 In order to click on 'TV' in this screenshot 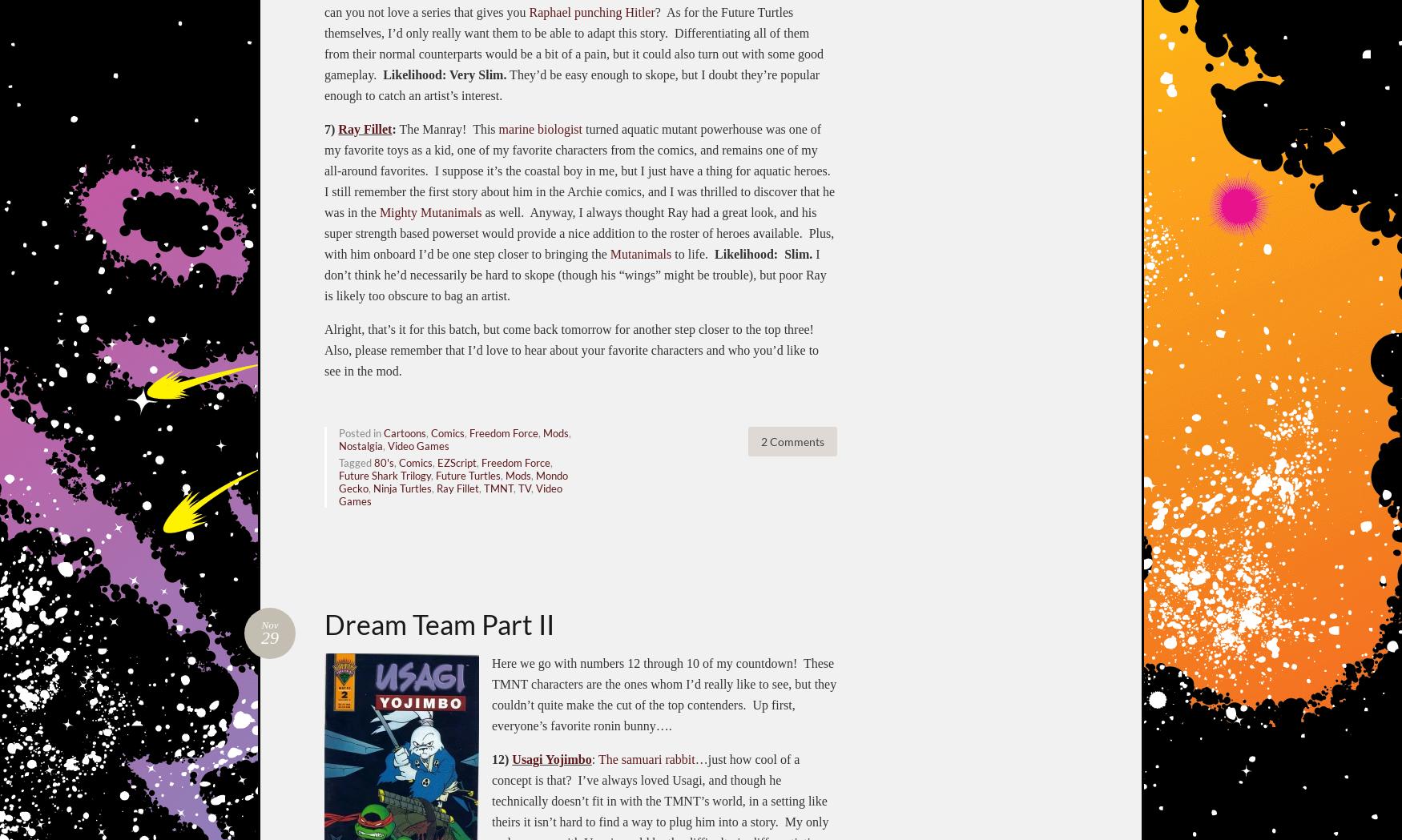, I will do `click(524, 488)`.